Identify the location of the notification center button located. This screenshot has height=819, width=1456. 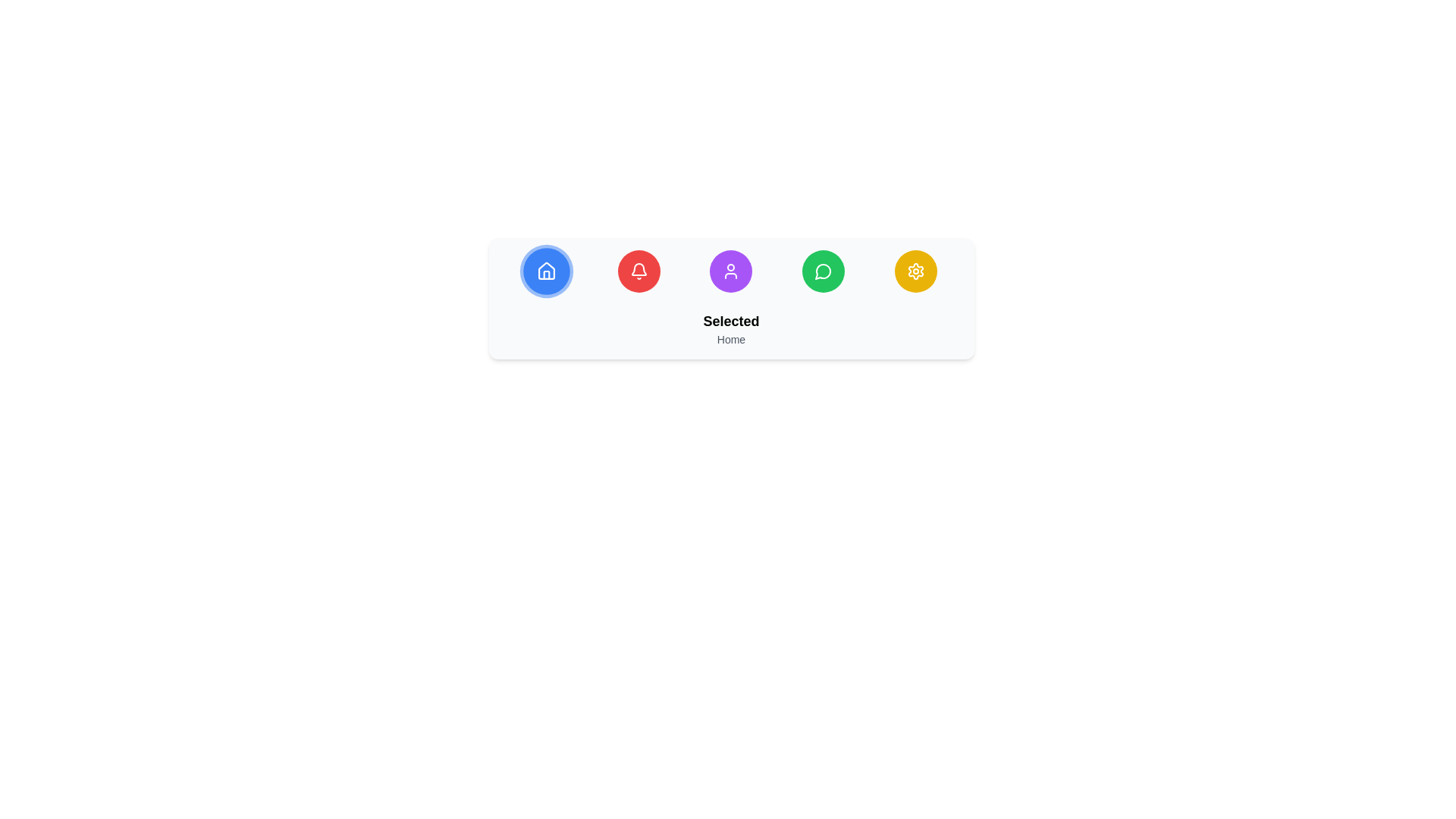
(639, 271).